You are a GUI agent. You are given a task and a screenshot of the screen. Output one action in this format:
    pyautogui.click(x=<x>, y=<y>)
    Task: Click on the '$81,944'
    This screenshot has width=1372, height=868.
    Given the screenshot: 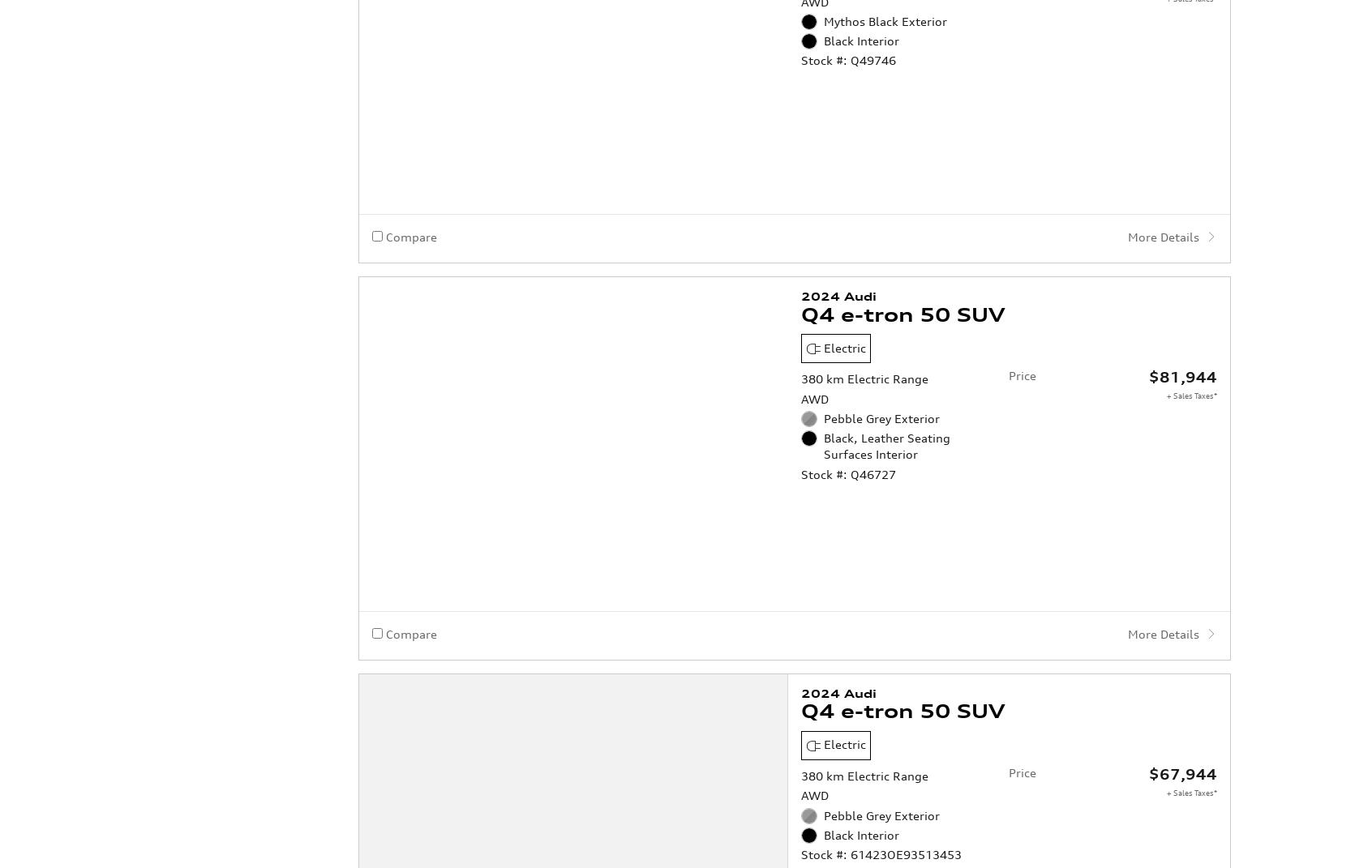 What is the action you would take?
    pyautogui.click(x=1148, y=310)
    